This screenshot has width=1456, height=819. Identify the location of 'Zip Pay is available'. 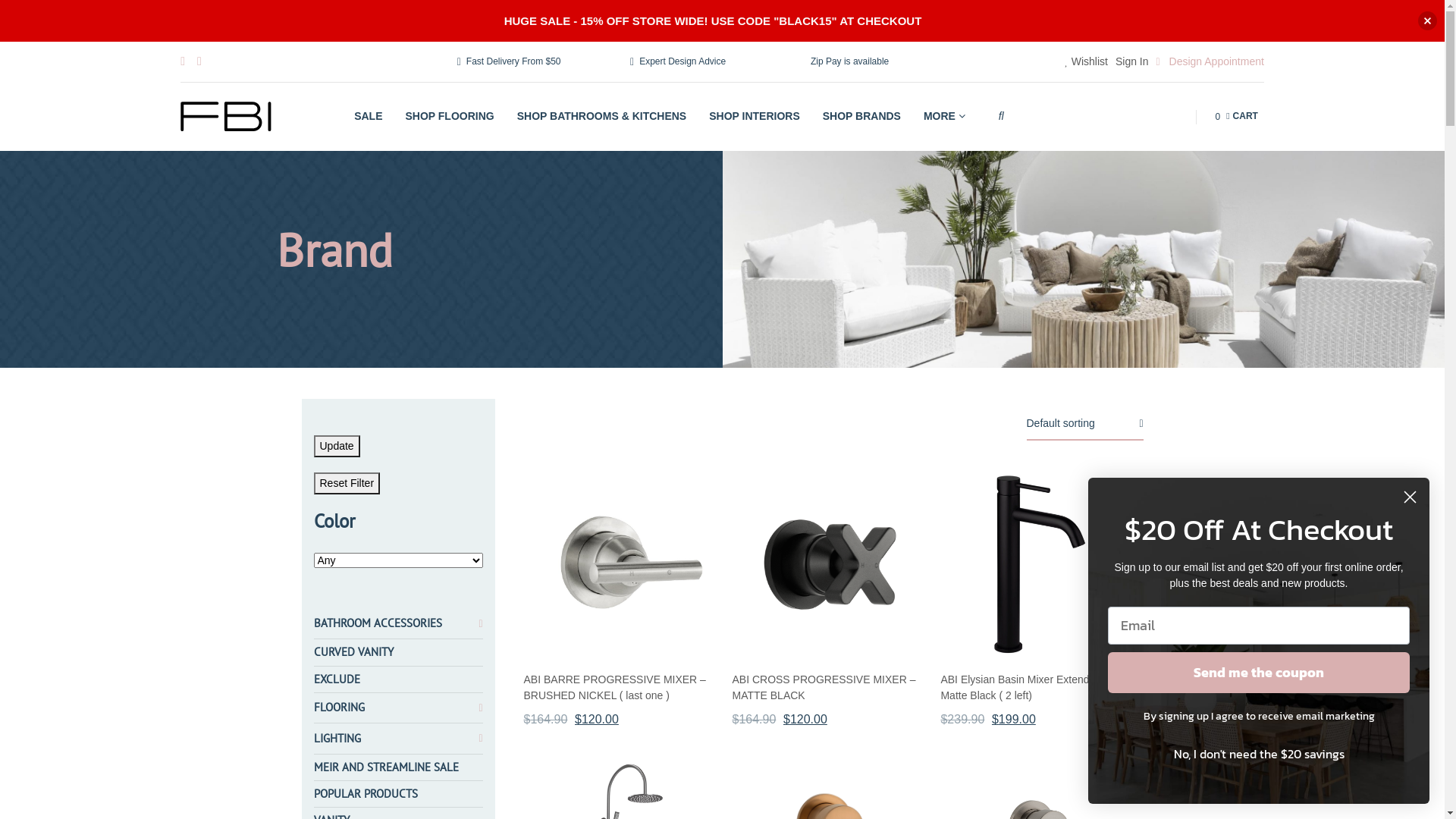
(846, 61).